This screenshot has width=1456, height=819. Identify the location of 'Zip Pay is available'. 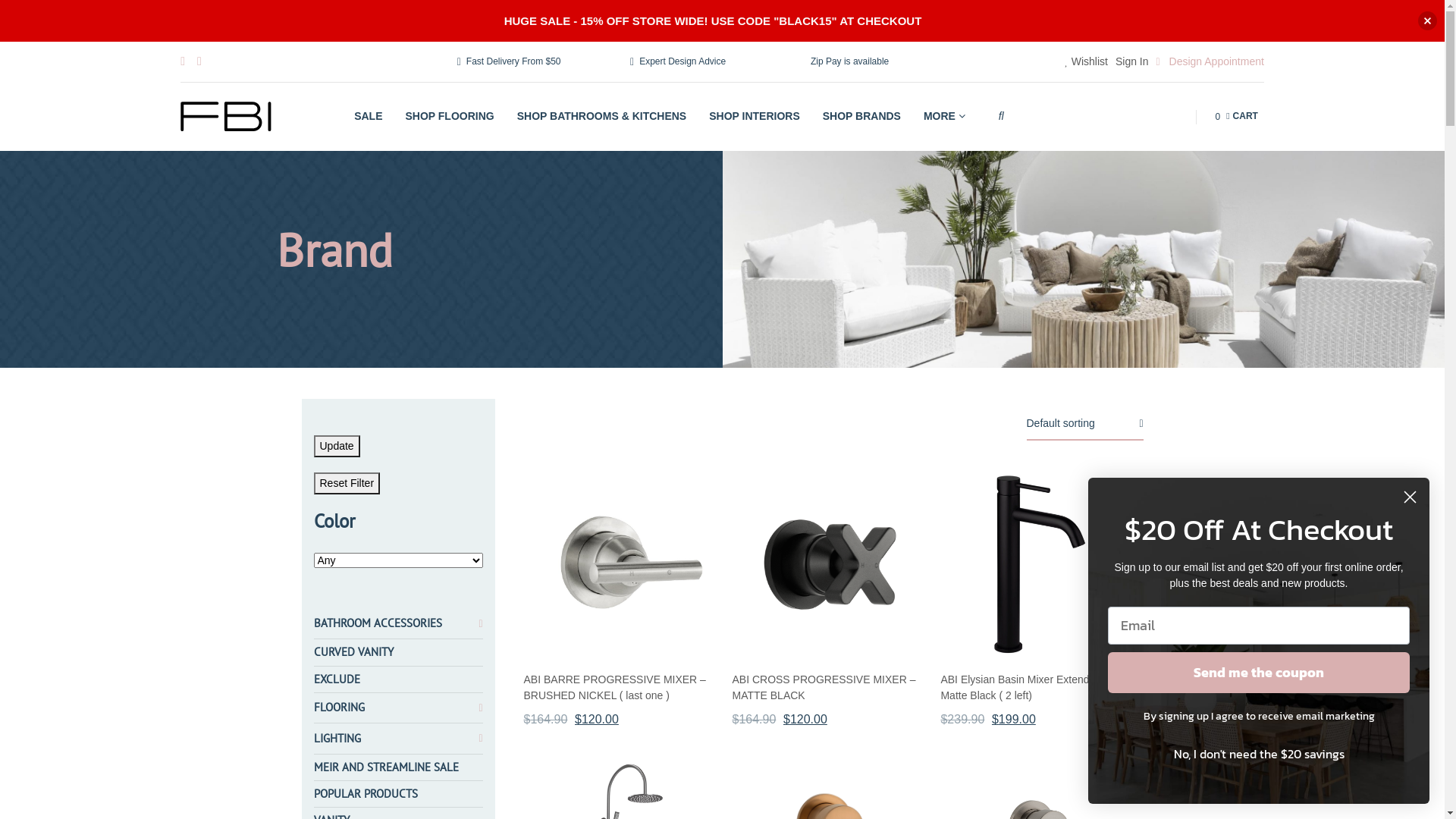
(846, 61).